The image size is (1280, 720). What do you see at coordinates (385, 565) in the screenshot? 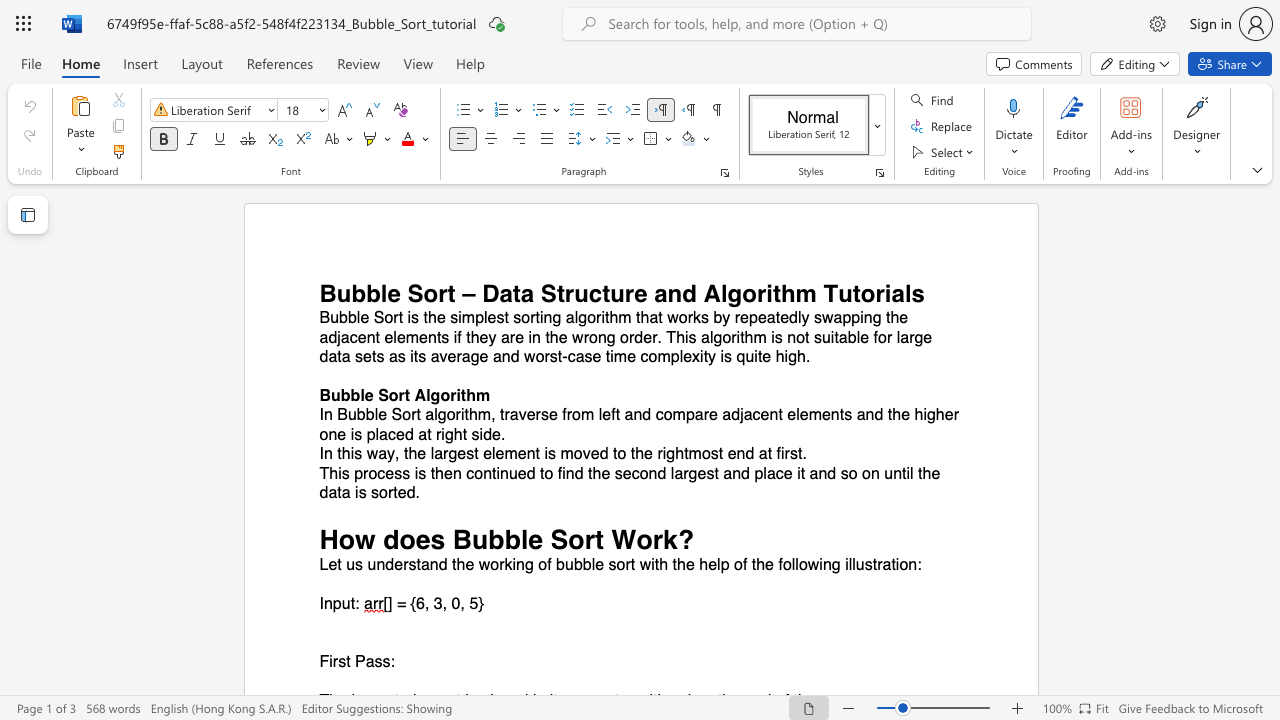
I see `the subset text "derstand the workin" within the text "Let us understand the working of bubble sort with the help of the following illustration:"` at bounding box center [385, 565].